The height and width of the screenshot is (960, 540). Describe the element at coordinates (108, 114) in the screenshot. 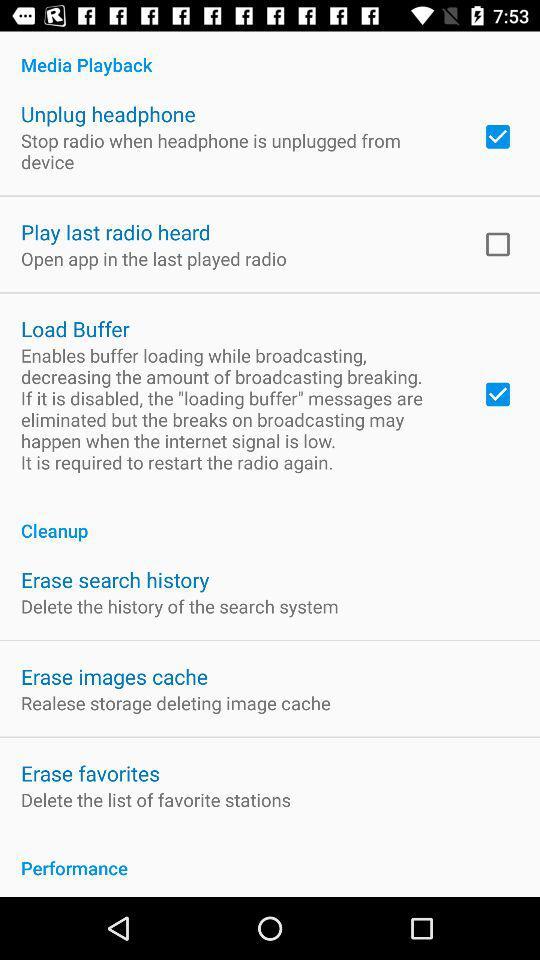

I see `the unplug headphone item` at that location.